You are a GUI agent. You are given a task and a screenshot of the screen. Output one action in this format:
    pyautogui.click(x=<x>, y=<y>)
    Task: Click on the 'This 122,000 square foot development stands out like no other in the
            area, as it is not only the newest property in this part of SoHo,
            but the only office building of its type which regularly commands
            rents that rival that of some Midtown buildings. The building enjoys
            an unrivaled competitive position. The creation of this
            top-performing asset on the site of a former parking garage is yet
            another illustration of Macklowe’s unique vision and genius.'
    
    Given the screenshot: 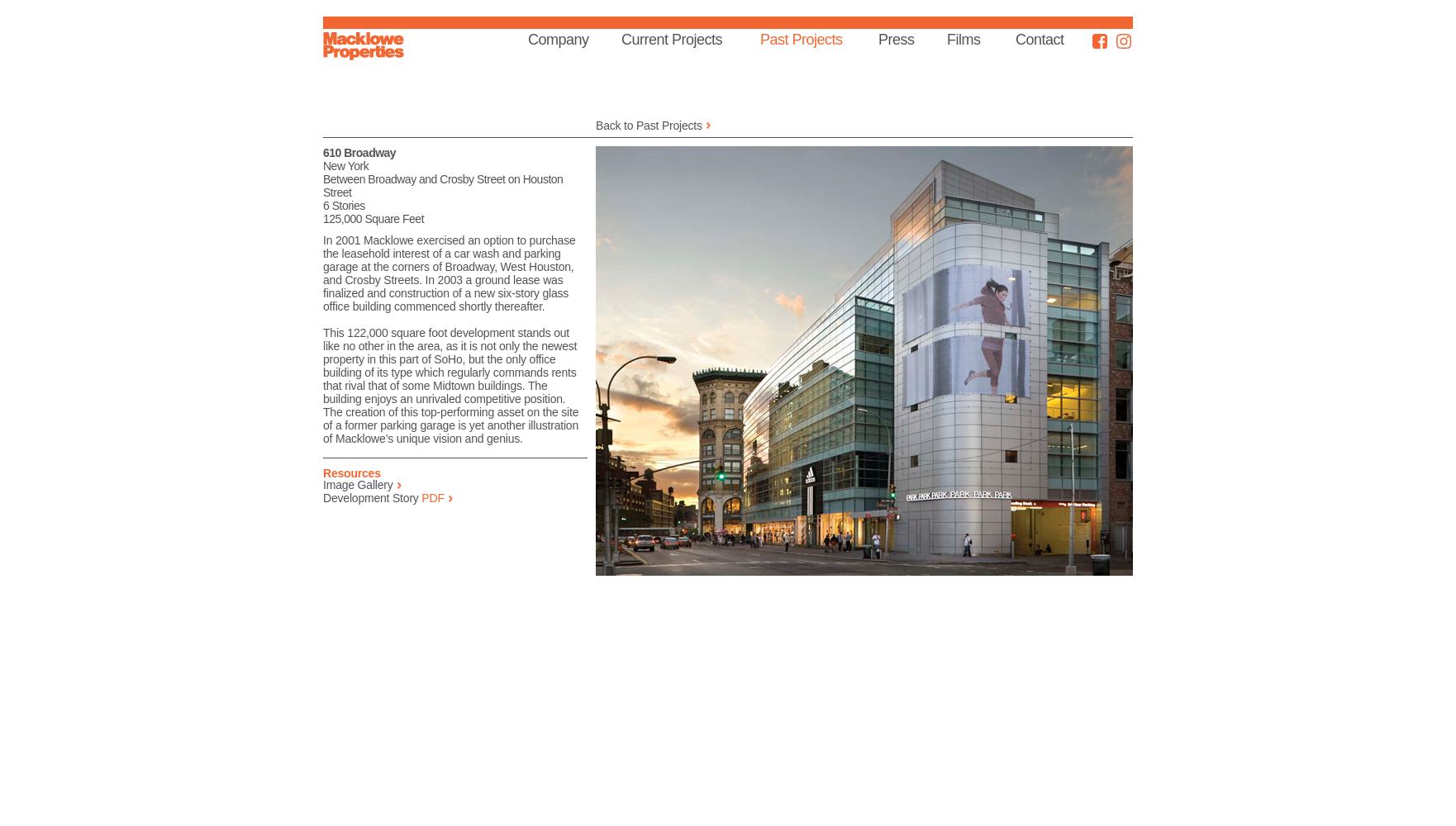 What is the action you would take?
    pyautogui.click(x=450, y=385)
    